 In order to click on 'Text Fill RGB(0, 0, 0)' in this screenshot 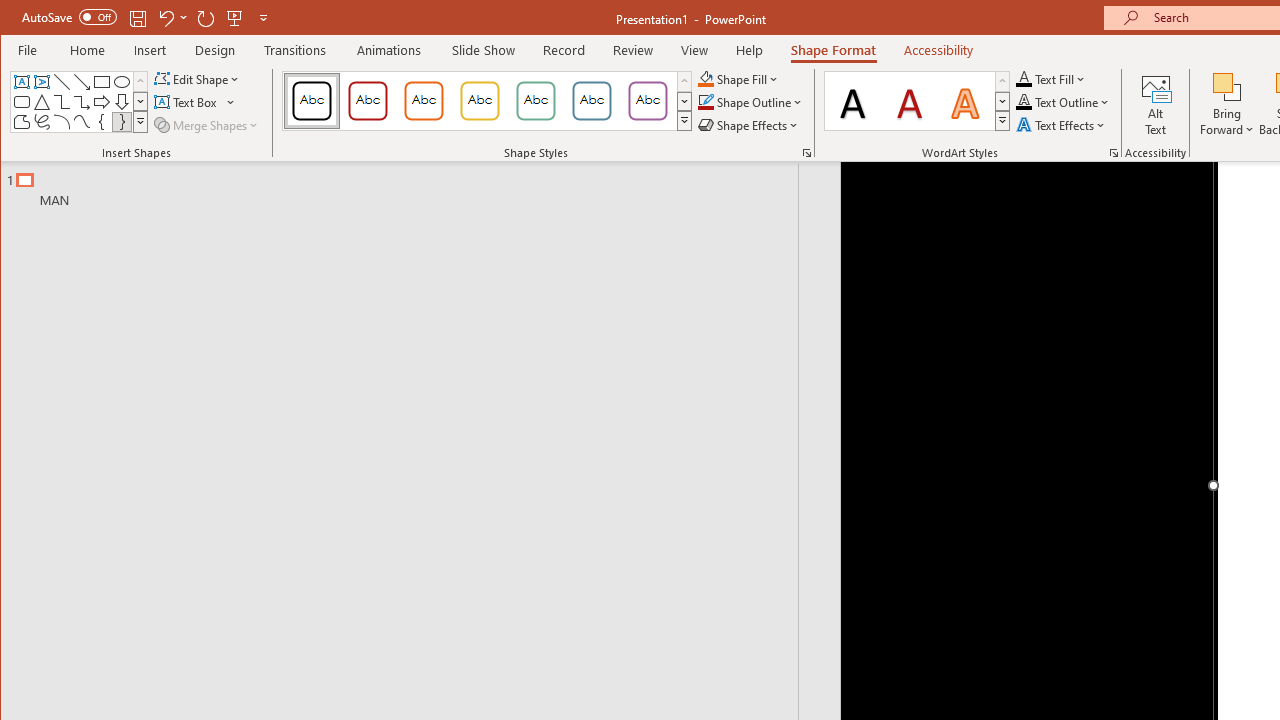, I will do `click(1024, 78)`.